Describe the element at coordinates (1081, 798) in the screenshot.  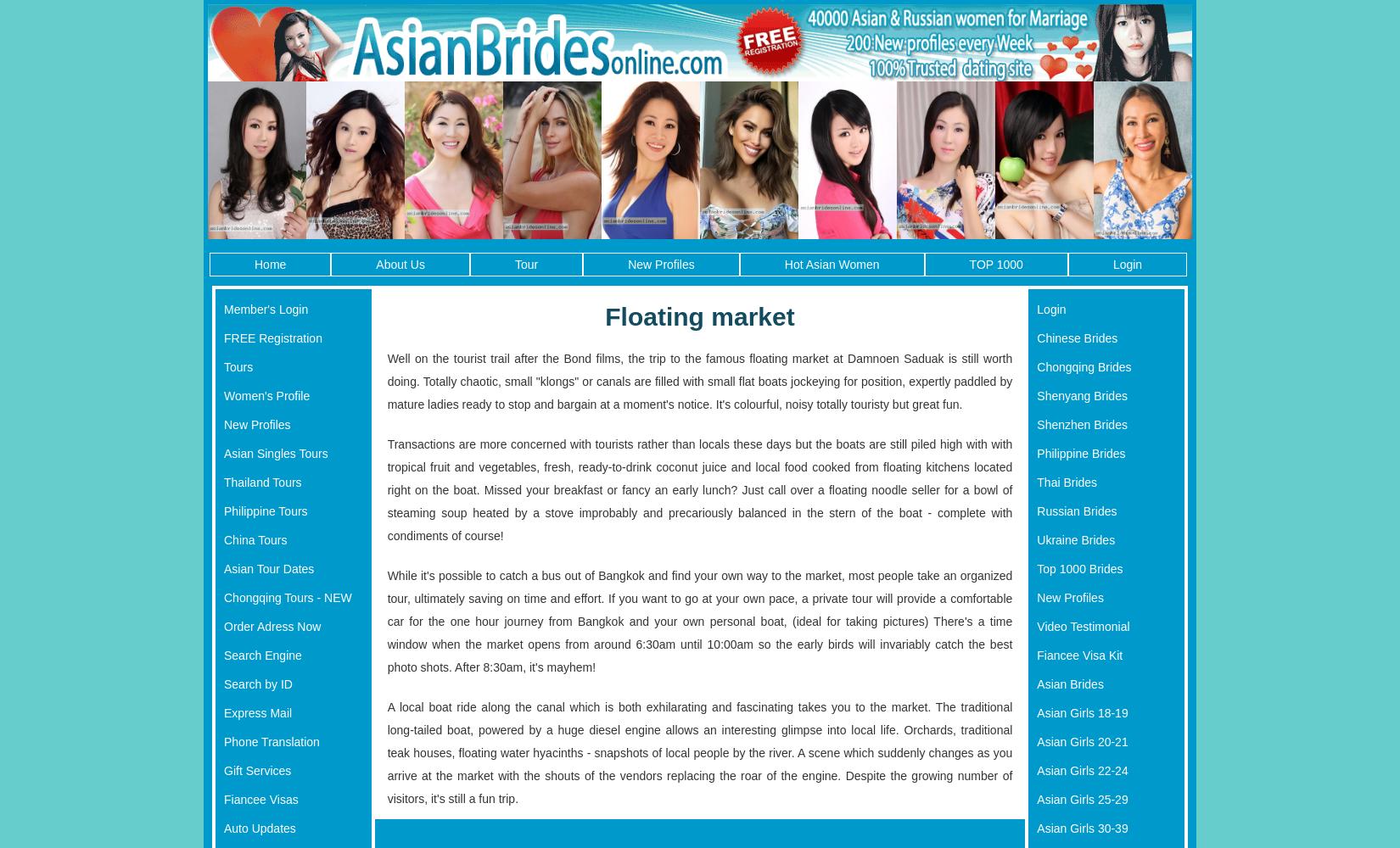
I see `'Asian Girls 25-29'` at that location.